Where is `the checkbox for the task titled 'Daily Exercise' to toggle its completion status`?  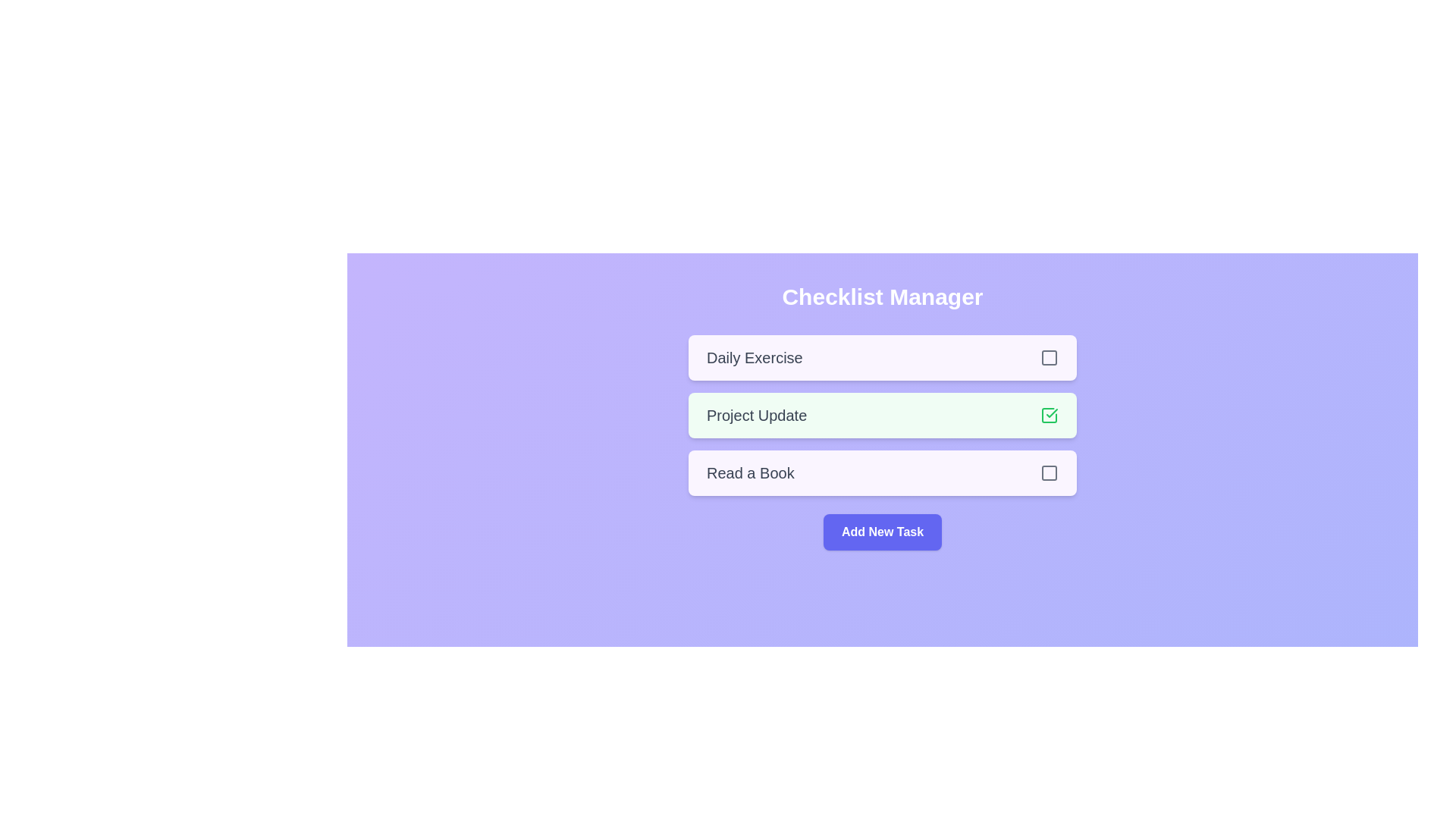 the checkbox for the task titled 'Daily Exercise' to toggle its completion status is located at coordinates (1048, 357).